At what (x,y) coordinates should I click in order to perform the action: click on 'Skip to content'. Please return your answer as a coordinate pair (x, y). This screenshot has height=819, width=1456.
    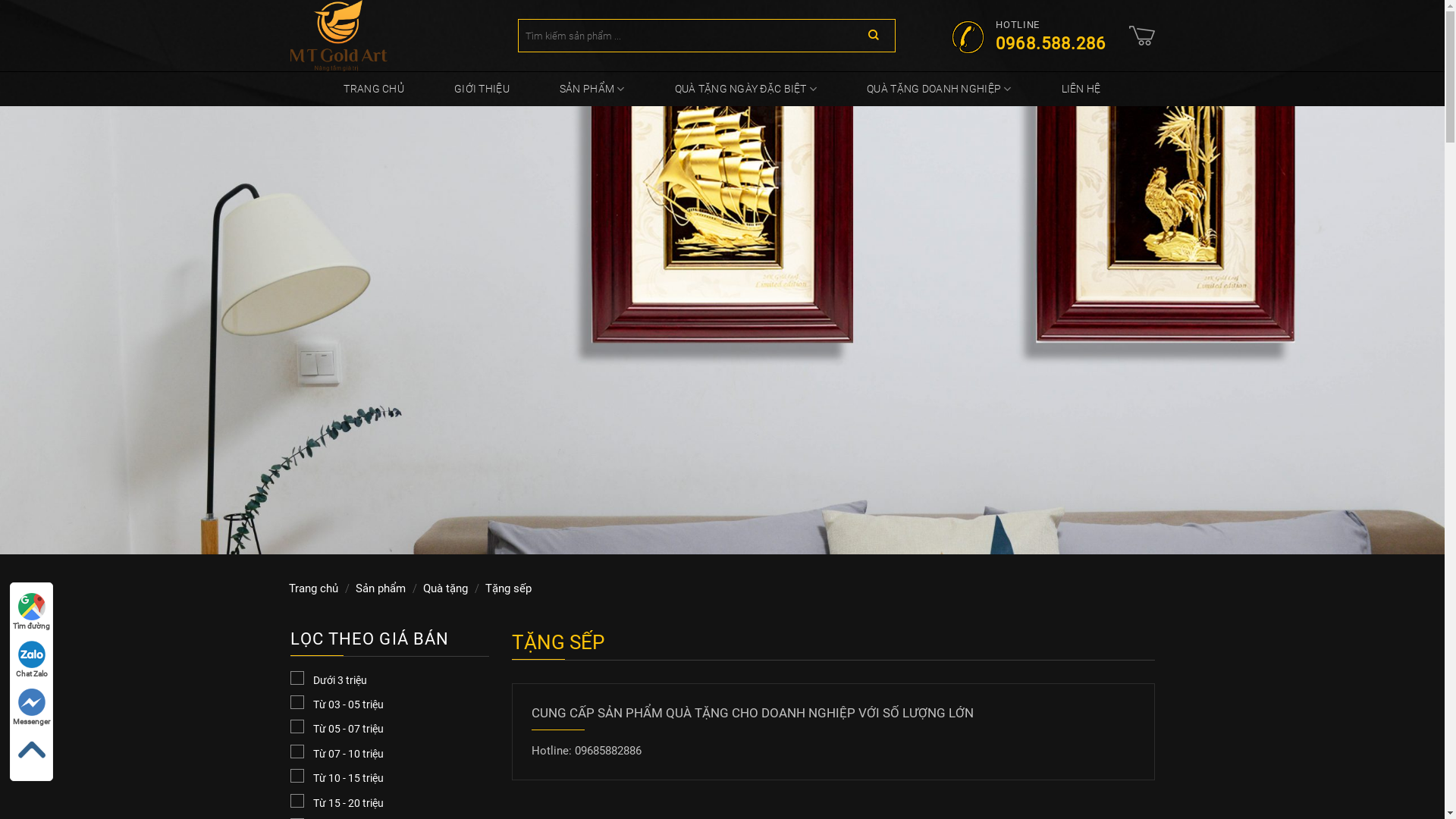
    Looking at the image, I should click on (0, 0).